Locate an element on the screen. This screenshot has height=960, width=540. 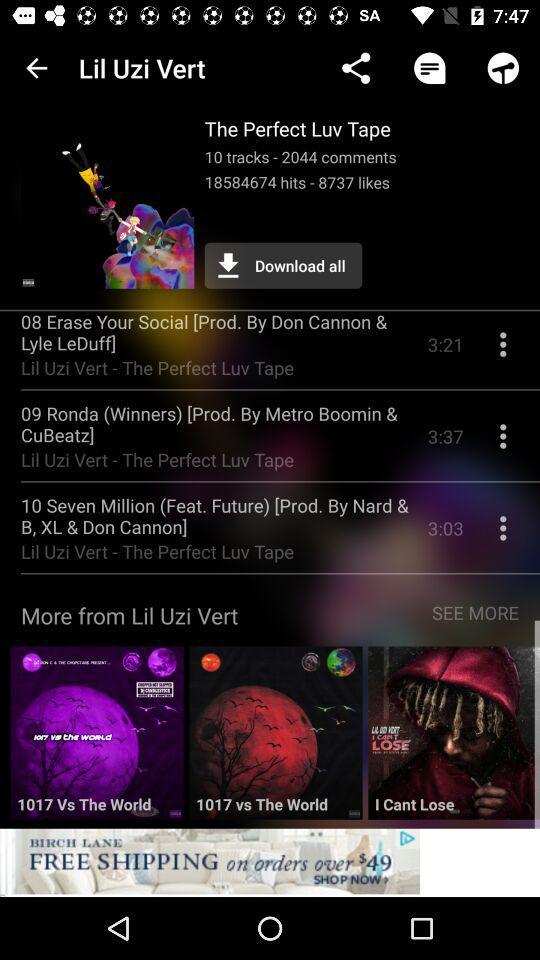
album cover is located at coordinates (274, 739).